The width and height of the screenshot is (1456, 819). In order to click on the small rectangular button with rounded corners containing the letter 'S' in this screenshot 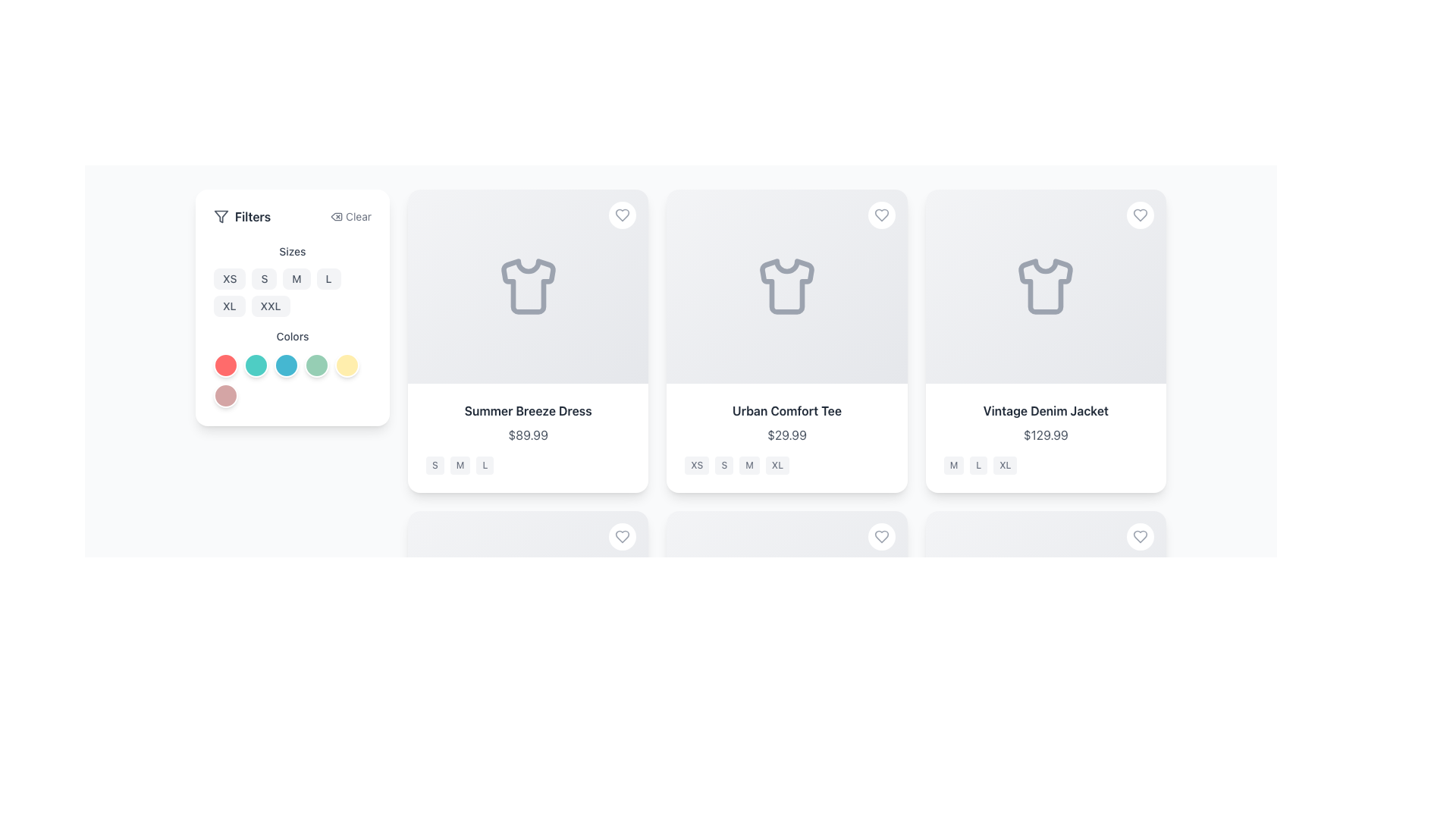, I will do `click(434, 786)`.